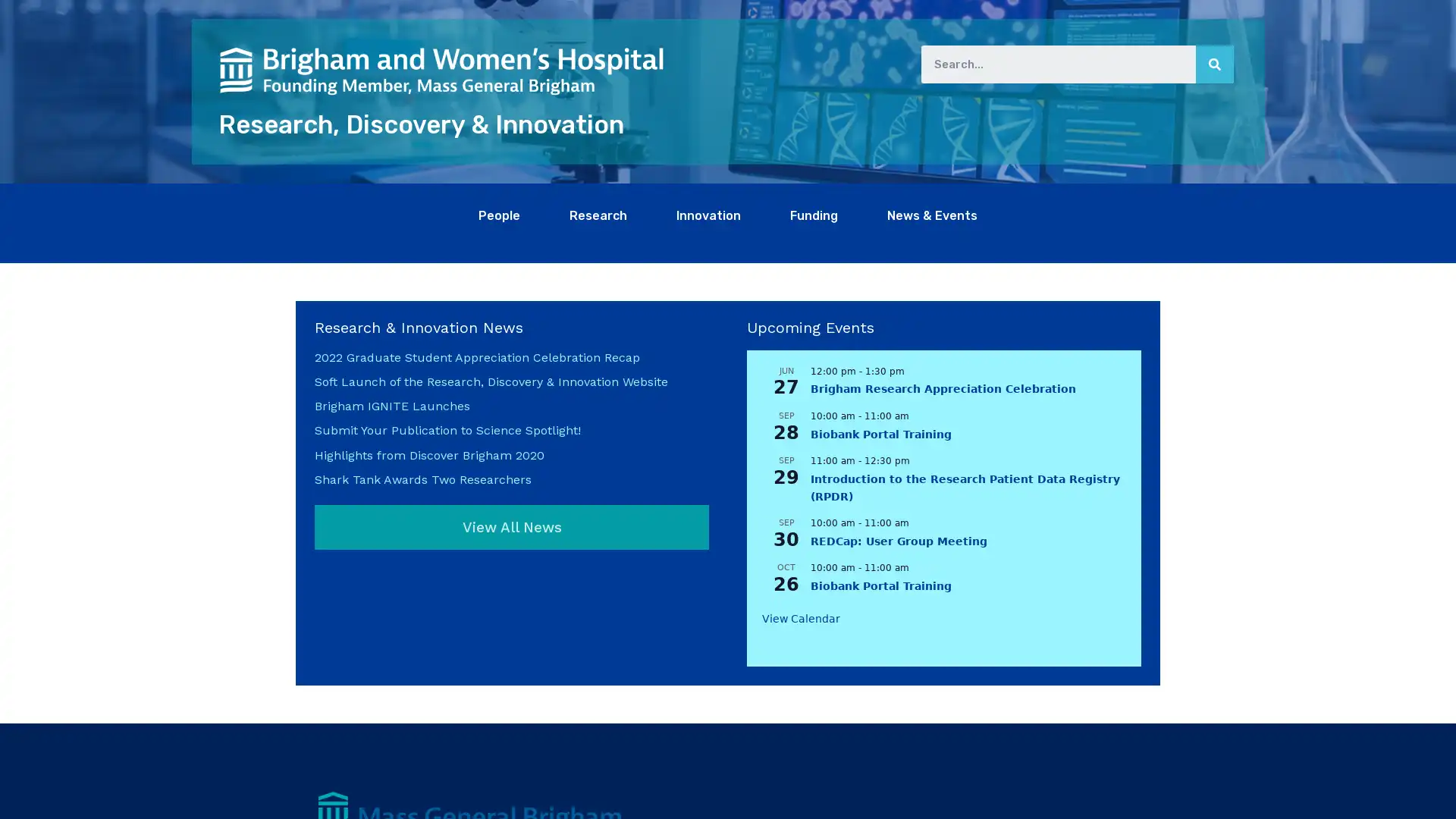 The image size is (1456, 819). Describe the element at coordinates (1214, 63) in the screenshot. I see `Search` at that location.